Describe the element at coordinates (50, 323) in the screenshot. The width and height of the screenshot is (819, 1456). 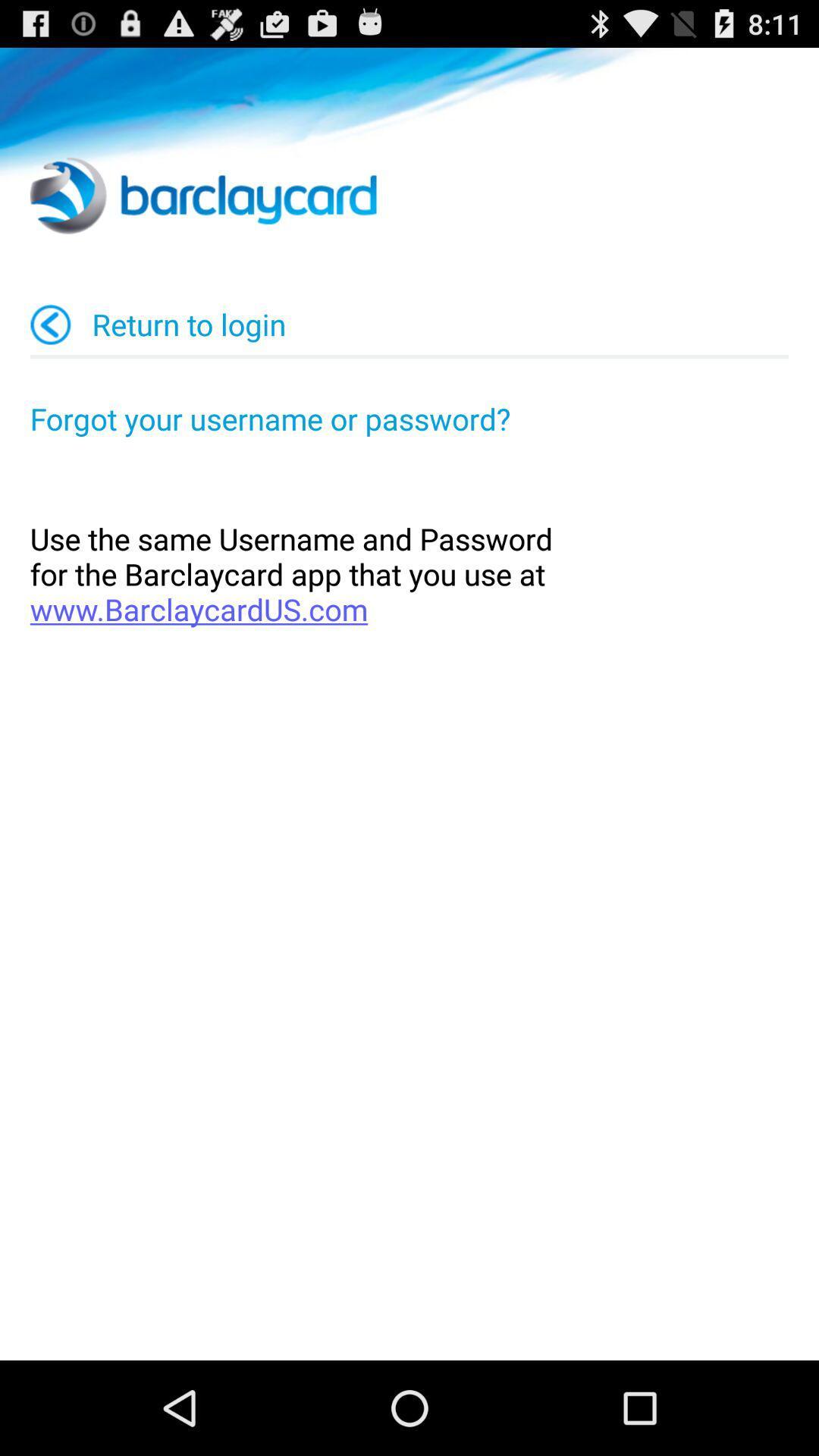
I see `app next to the return to login icon` at that location.